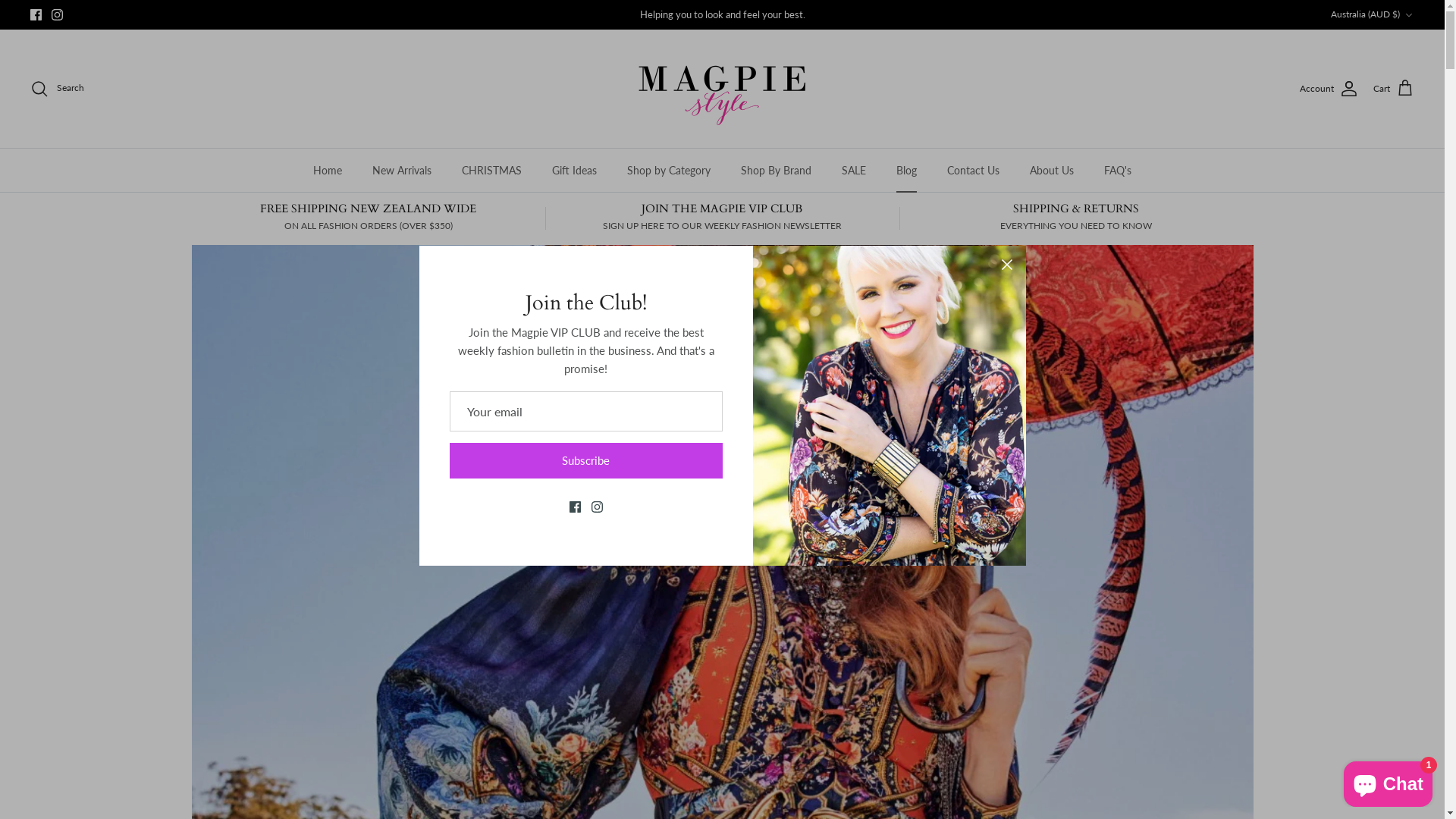 The image size is (1456, 819). What do you see at coordinates (57, 88) in the screenshot?
I see `'Search'` at bounding box center [57, 88].